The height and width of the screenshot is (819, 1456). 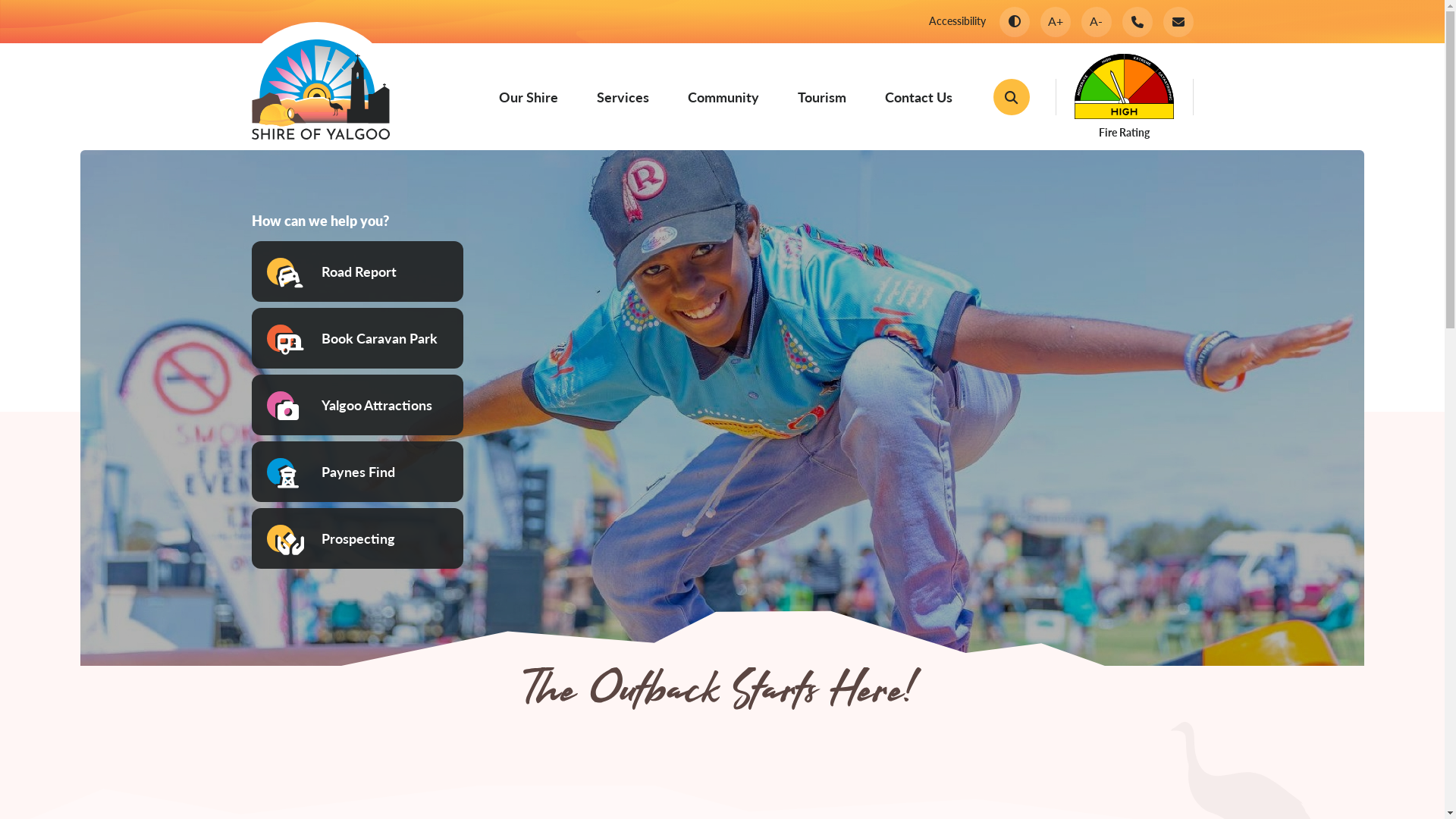 What do you see at coordinates (821, 96) in the screenshot?
I see `'Tourism'` at bounding box center [821, 96].